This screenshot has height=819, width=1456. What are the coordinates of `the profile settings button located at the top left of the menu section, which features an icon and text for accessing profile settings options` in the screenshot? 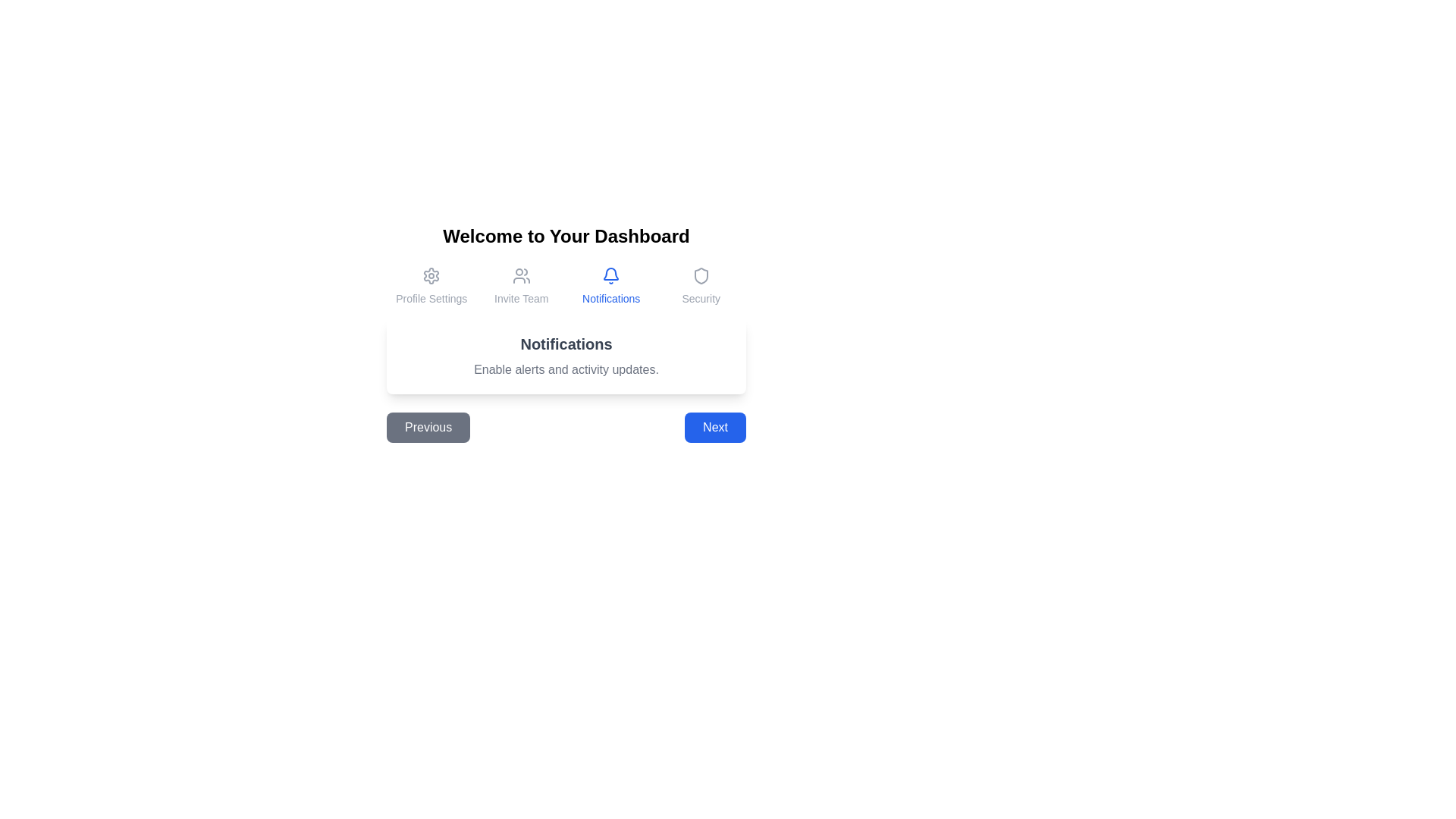 It's located at (431, 287).